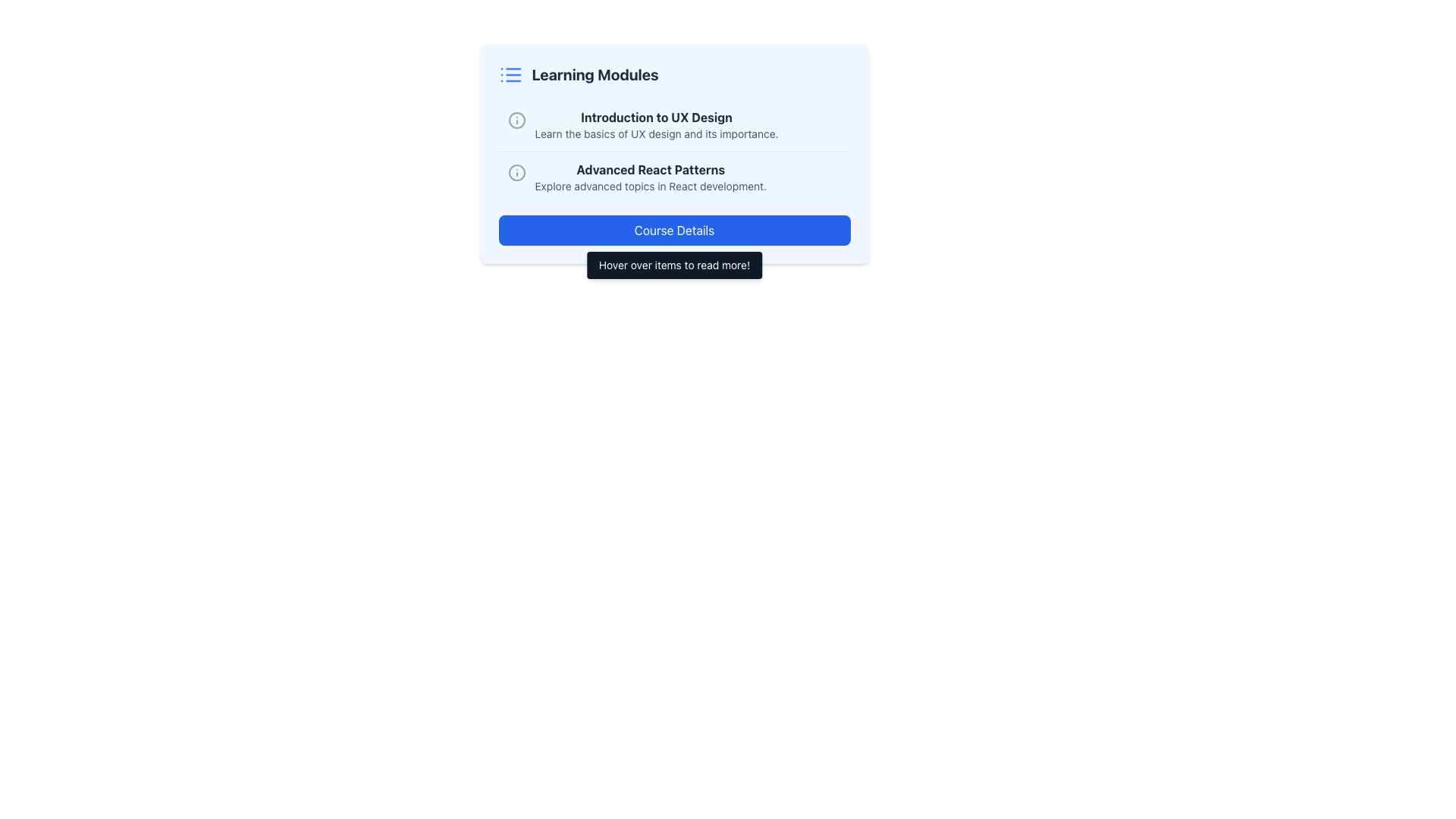 Image resolution: width=1456 pixels, height=819 pixels. What do you see at coordinates (673, 231) in the screenshot?
I see `the blue button labeled 'Course Details'` at bounding box center [673, 231].